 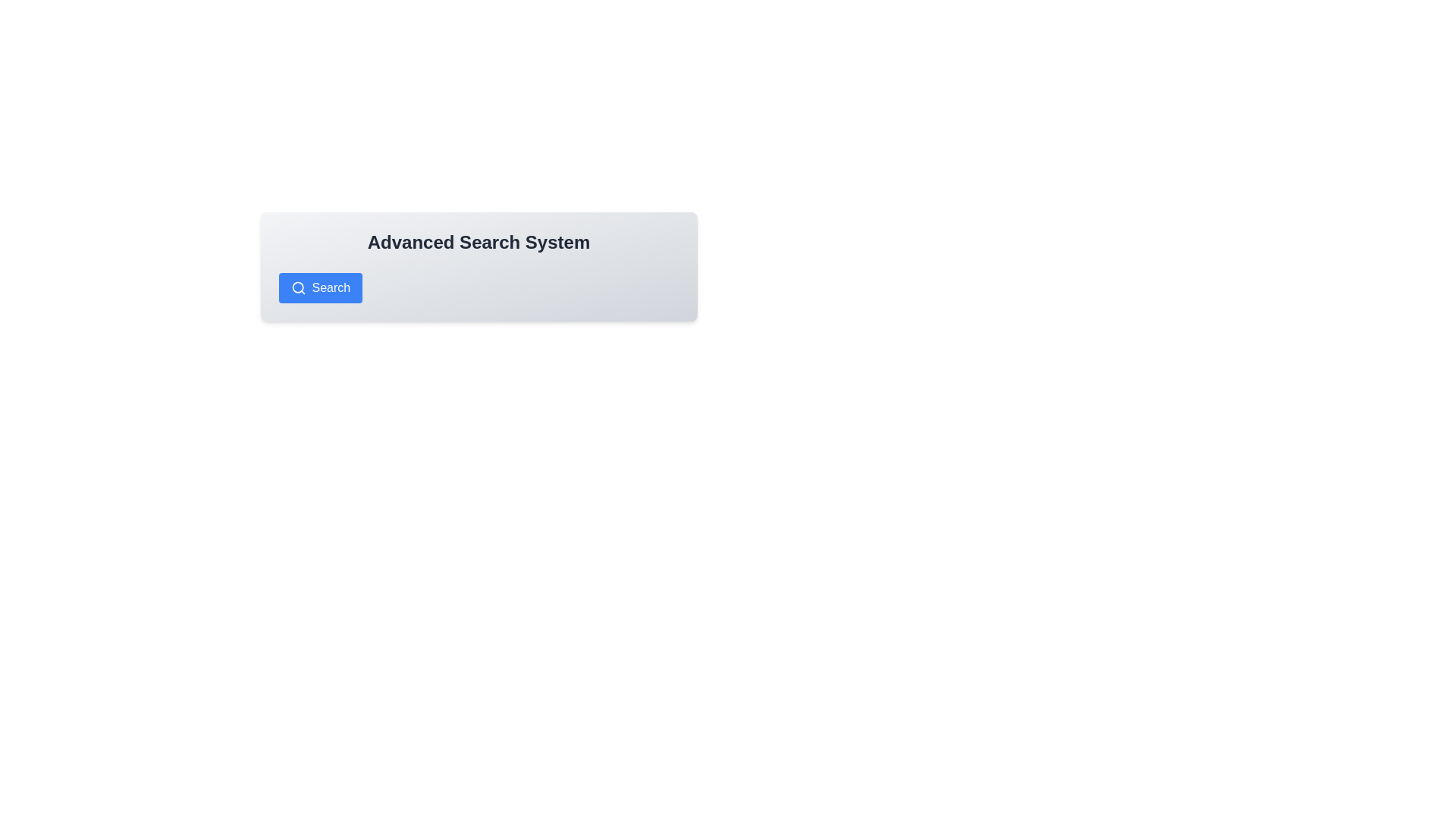 What do you see at coordinates (298, 288) in the screenshot?
I see `the 'Search' button which contains a magnifying glass icon, positioned to the left within a blue rectangular button below the 'Advanced Search System' title` at bounding box center [298, 288].